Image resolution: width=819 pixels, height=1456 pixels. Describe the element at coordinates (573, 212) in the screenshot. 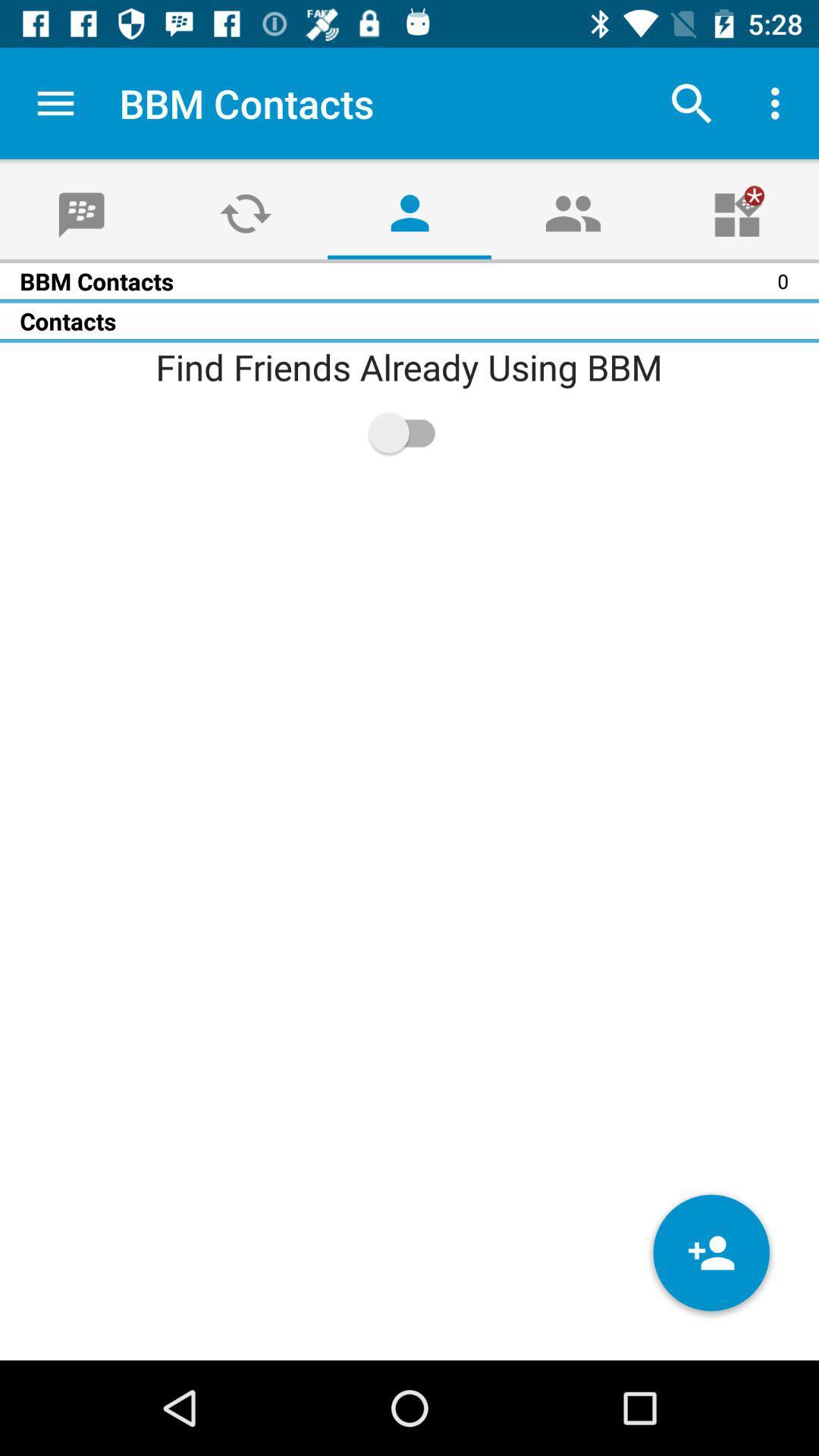

I see `the group icon` at that location.